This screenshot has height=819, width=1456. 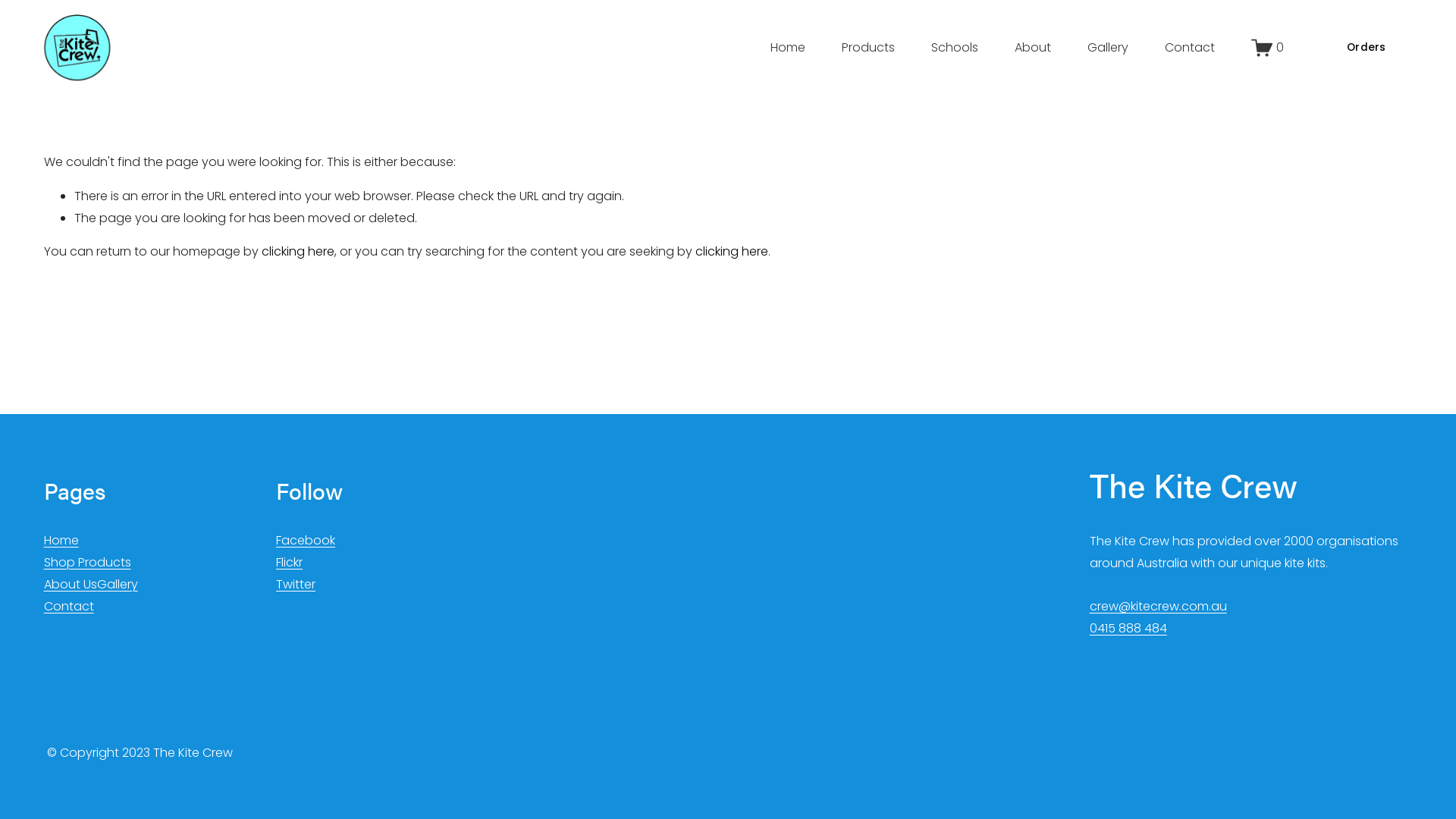 I want to click on 'crew@kitecrew.com.au', so click(x=1157, y=606).